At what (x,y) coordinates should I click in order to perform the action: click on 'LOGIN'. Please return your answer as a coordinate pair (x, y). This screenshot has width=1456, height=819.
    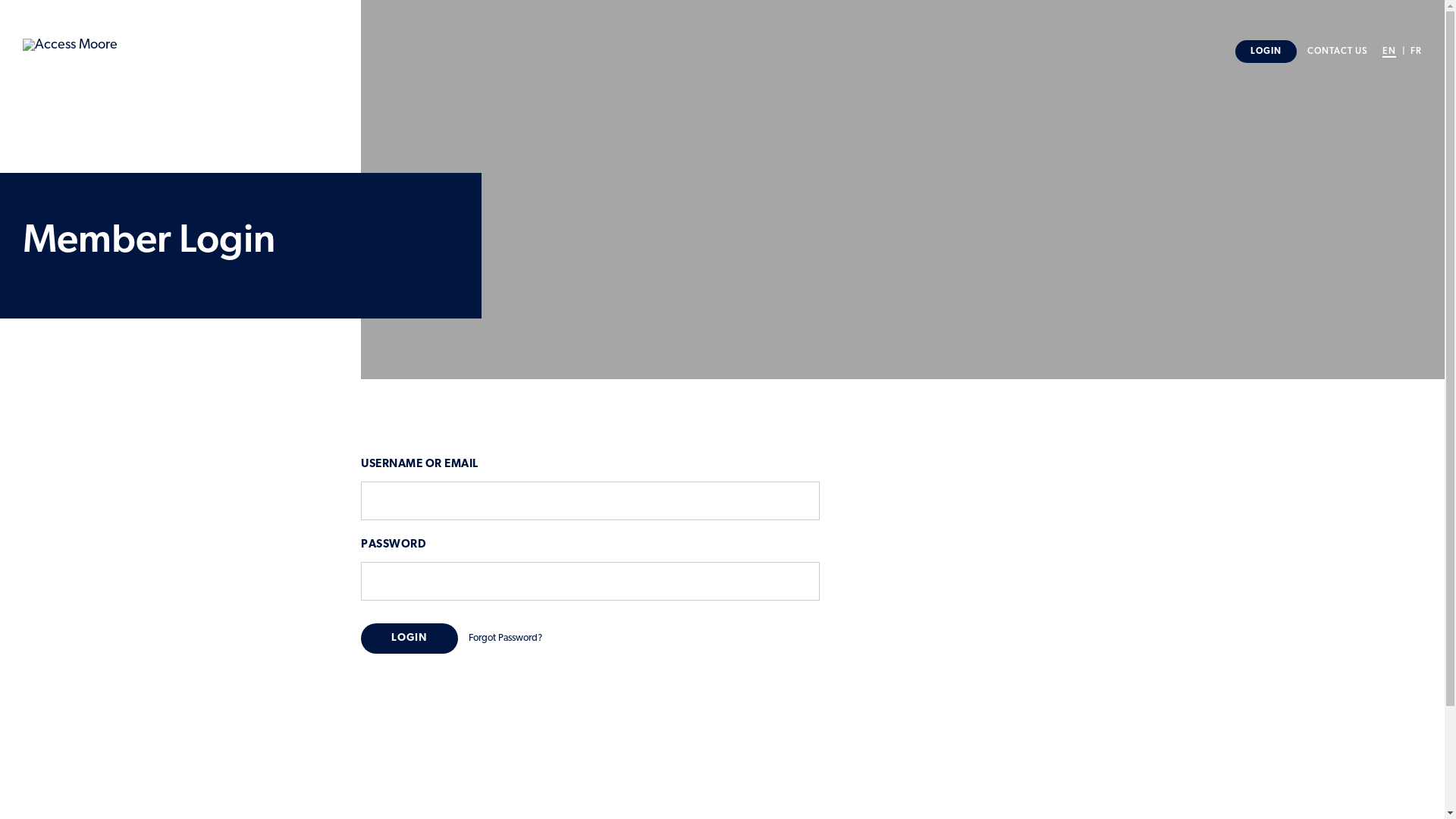
    Looking at the image, I should click on (1266, 49).